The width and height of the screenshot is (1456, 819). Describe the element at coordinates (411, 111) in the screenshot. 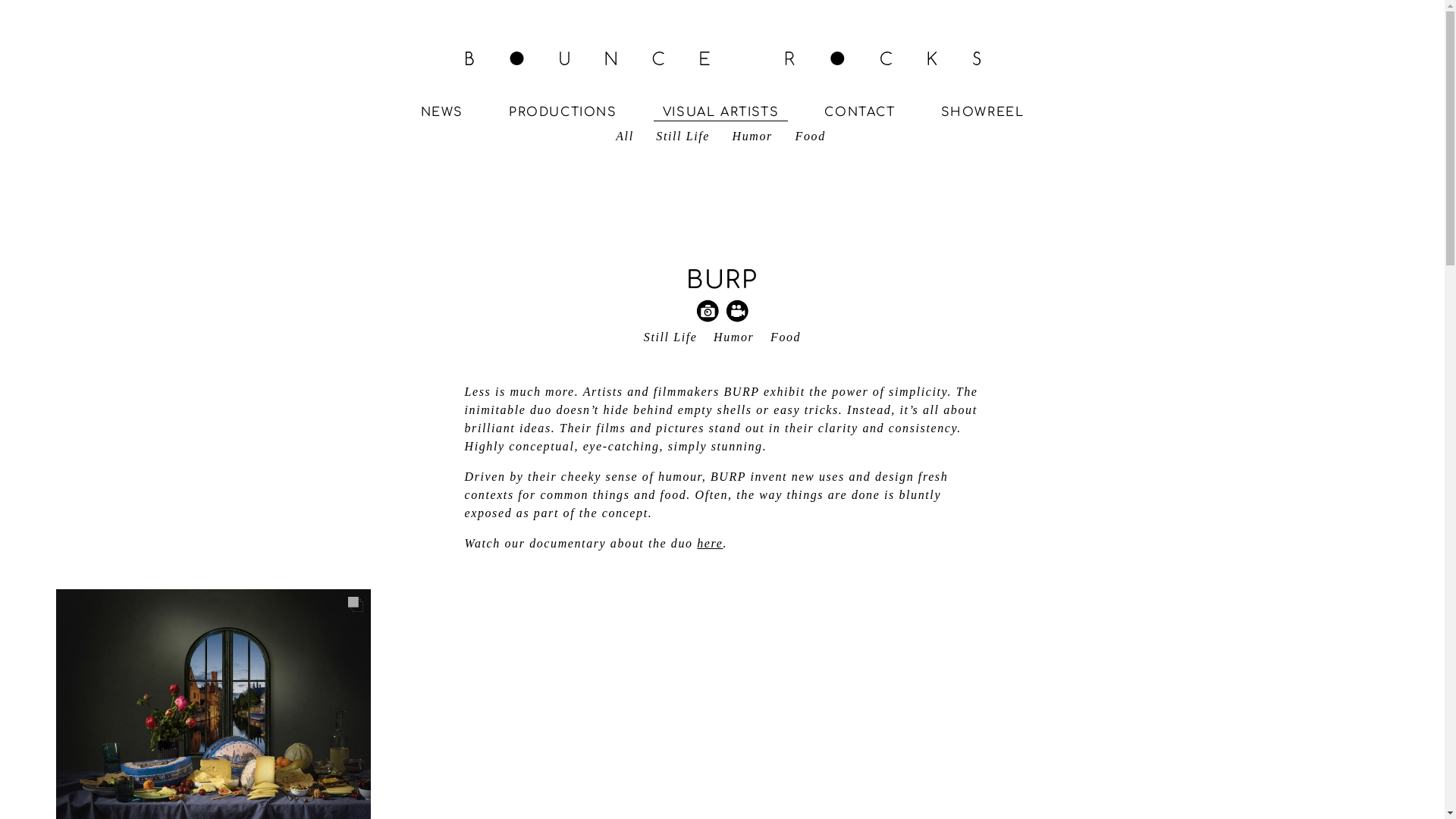

I see `'NEWS'` at that location.